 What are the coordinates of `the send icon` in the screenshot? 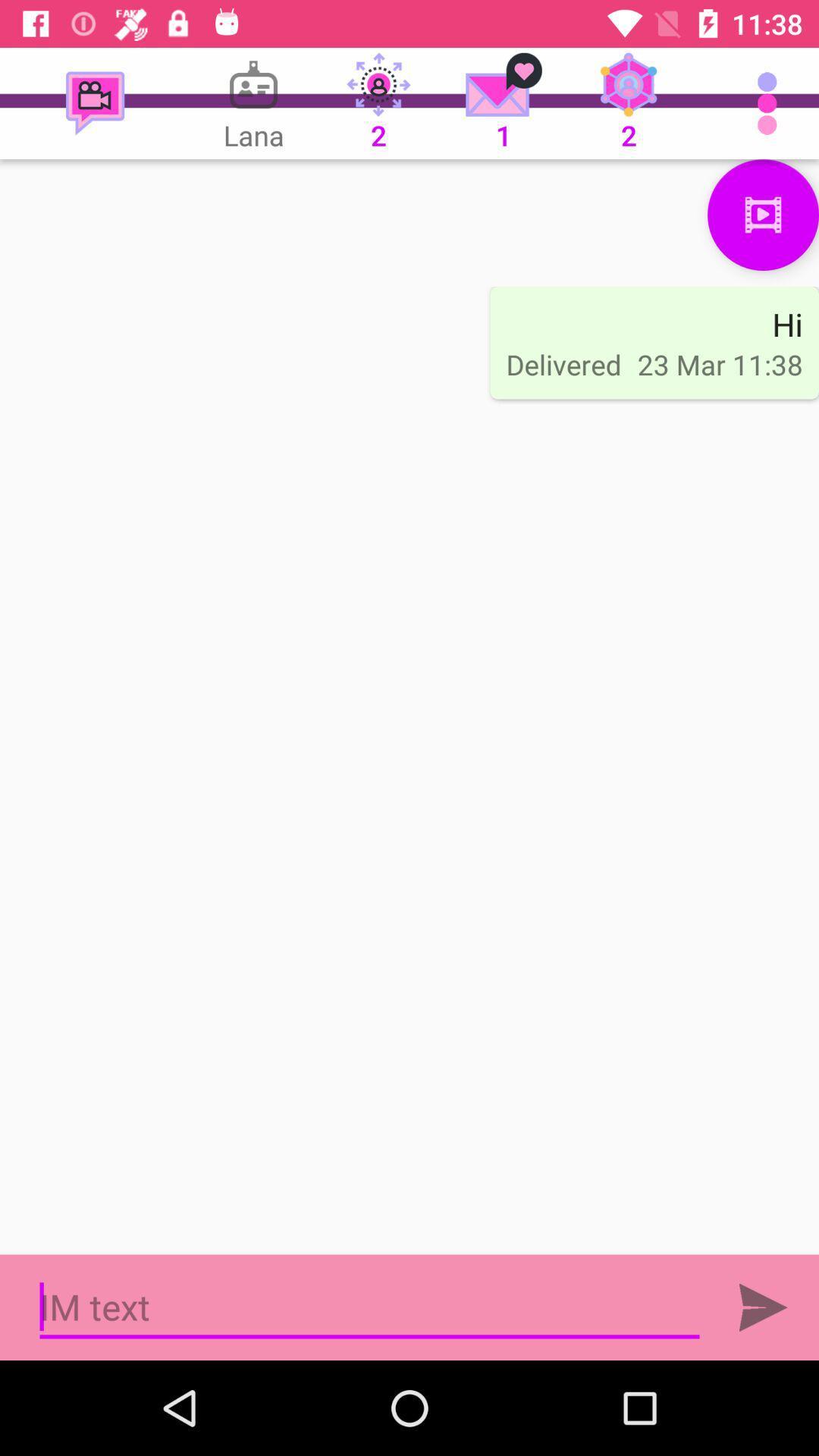 It's located at (763, 1307).